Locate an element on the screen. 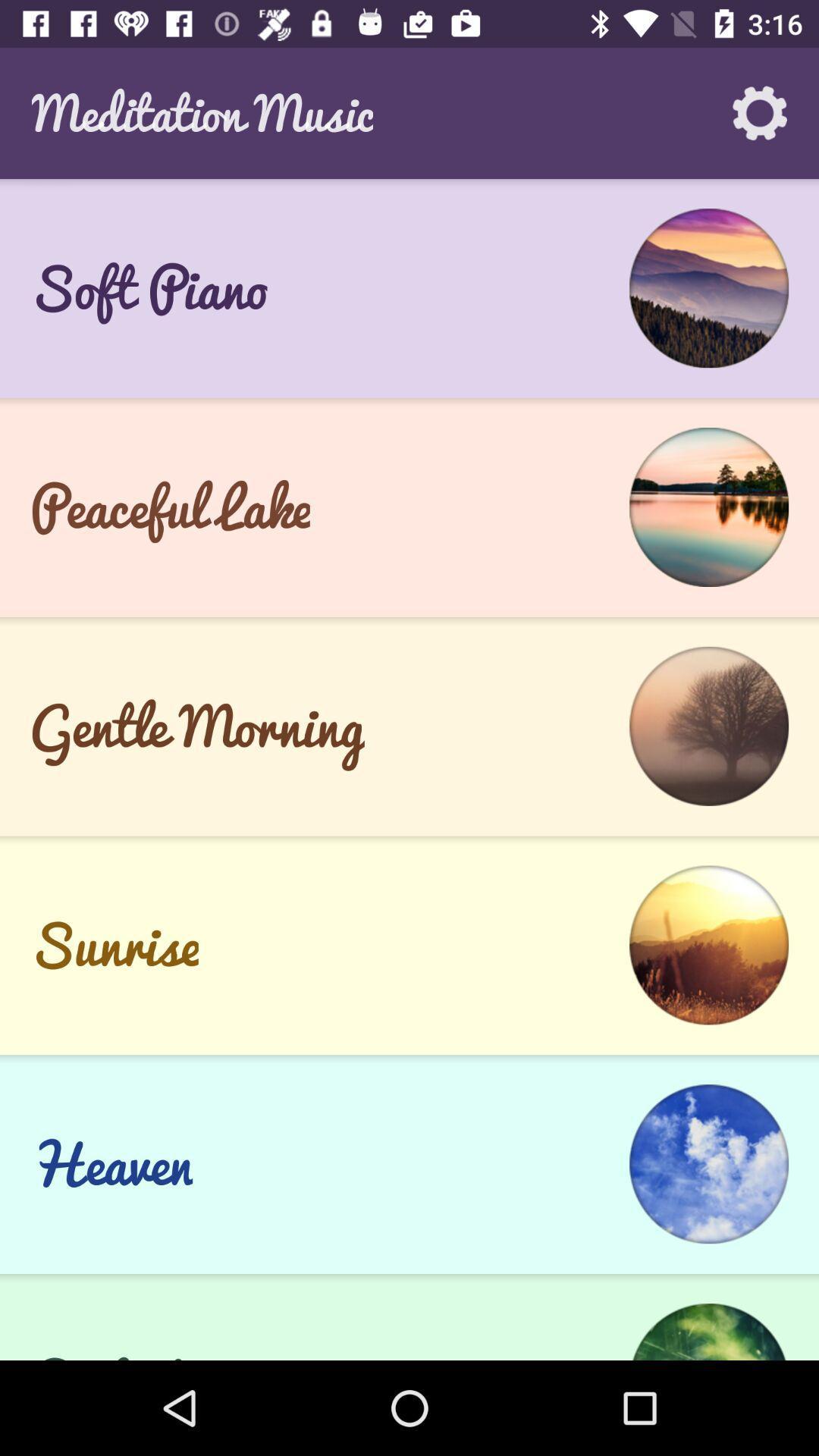 The image size is (819, 1456). the app to the right of meditation music is located at coordinates (760, 112).